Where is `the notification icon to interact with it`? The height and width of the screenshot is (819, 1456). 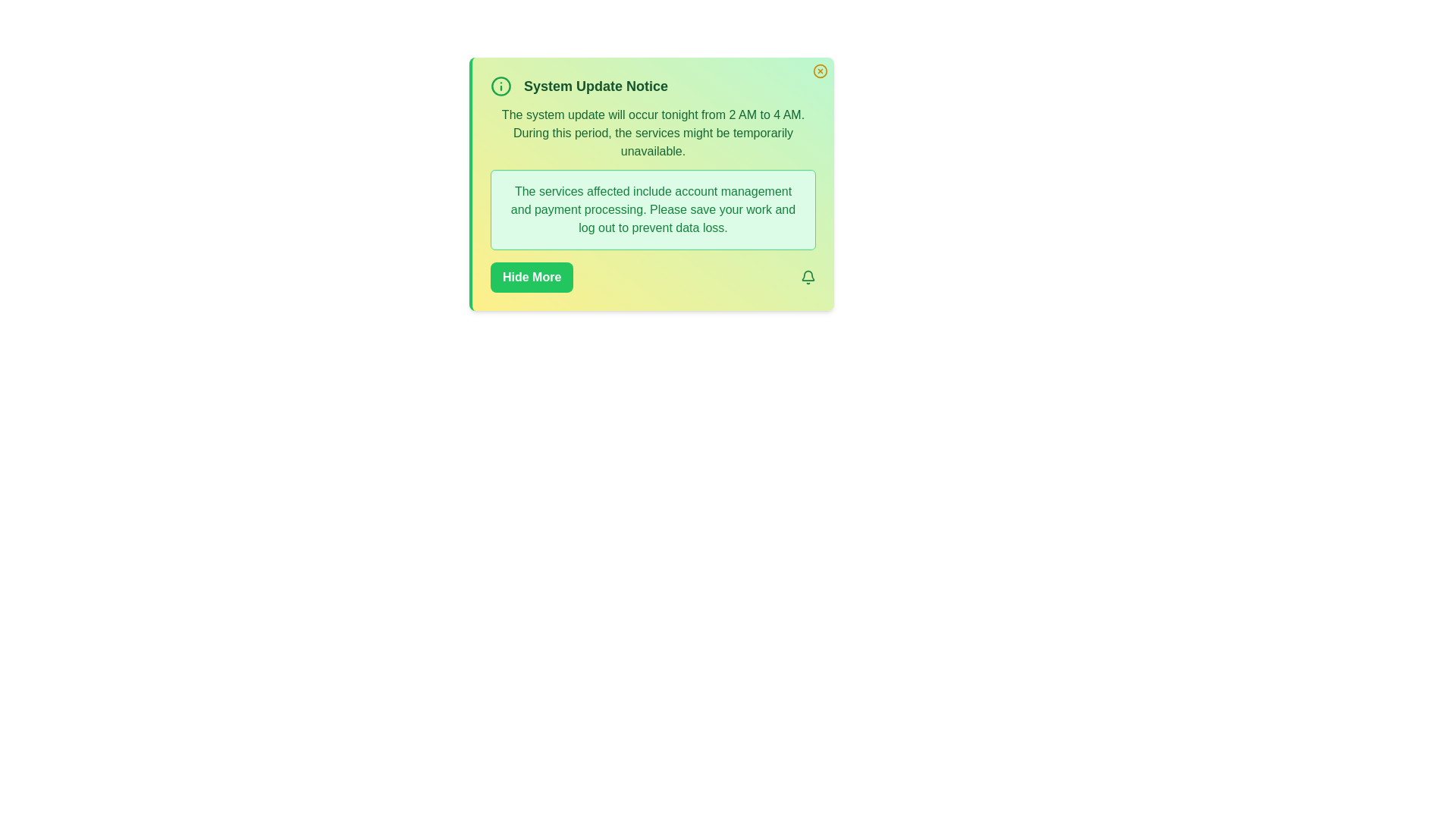
the notification icon to interact with it is located at coordinates (807, 278).